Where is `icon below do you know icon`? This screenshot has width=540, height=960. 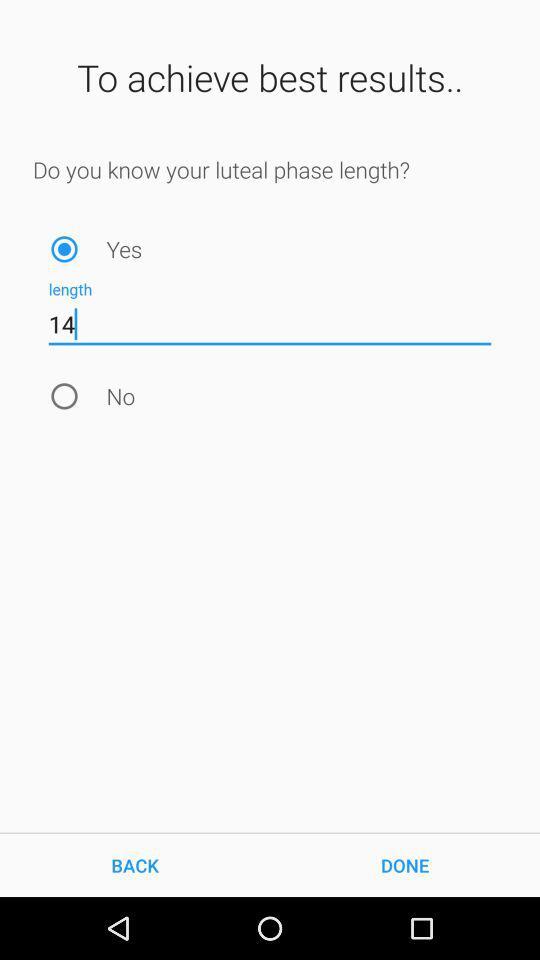 icon below do you know icon is located at coordinates (64, 248).